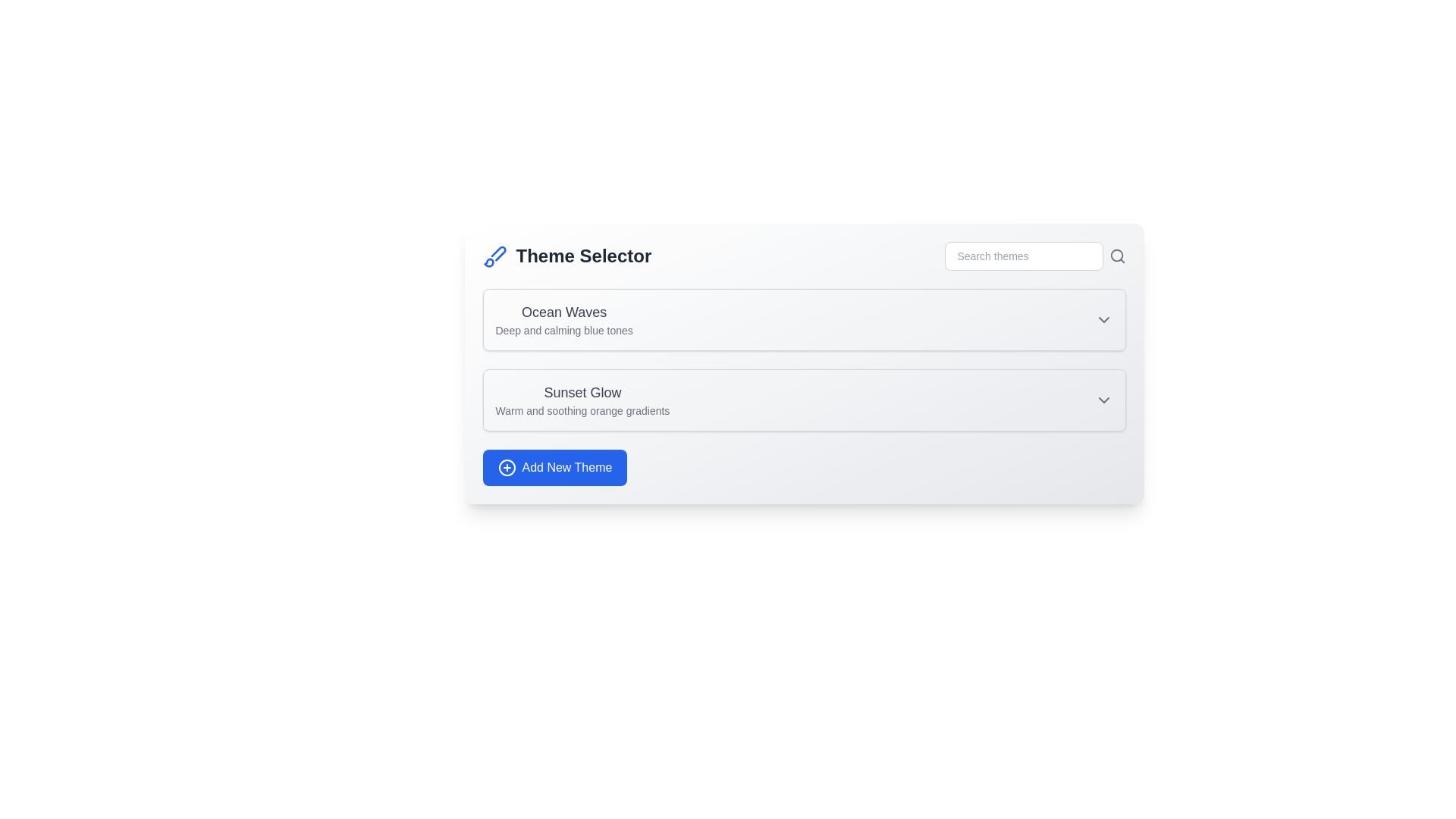 The height and width of the screenshot is (819, 1456). Describe the element at coordinates (803, 318) in the screenshot. I see `the 'Ocean Waves' theme option in the Theme Selector` at that location.